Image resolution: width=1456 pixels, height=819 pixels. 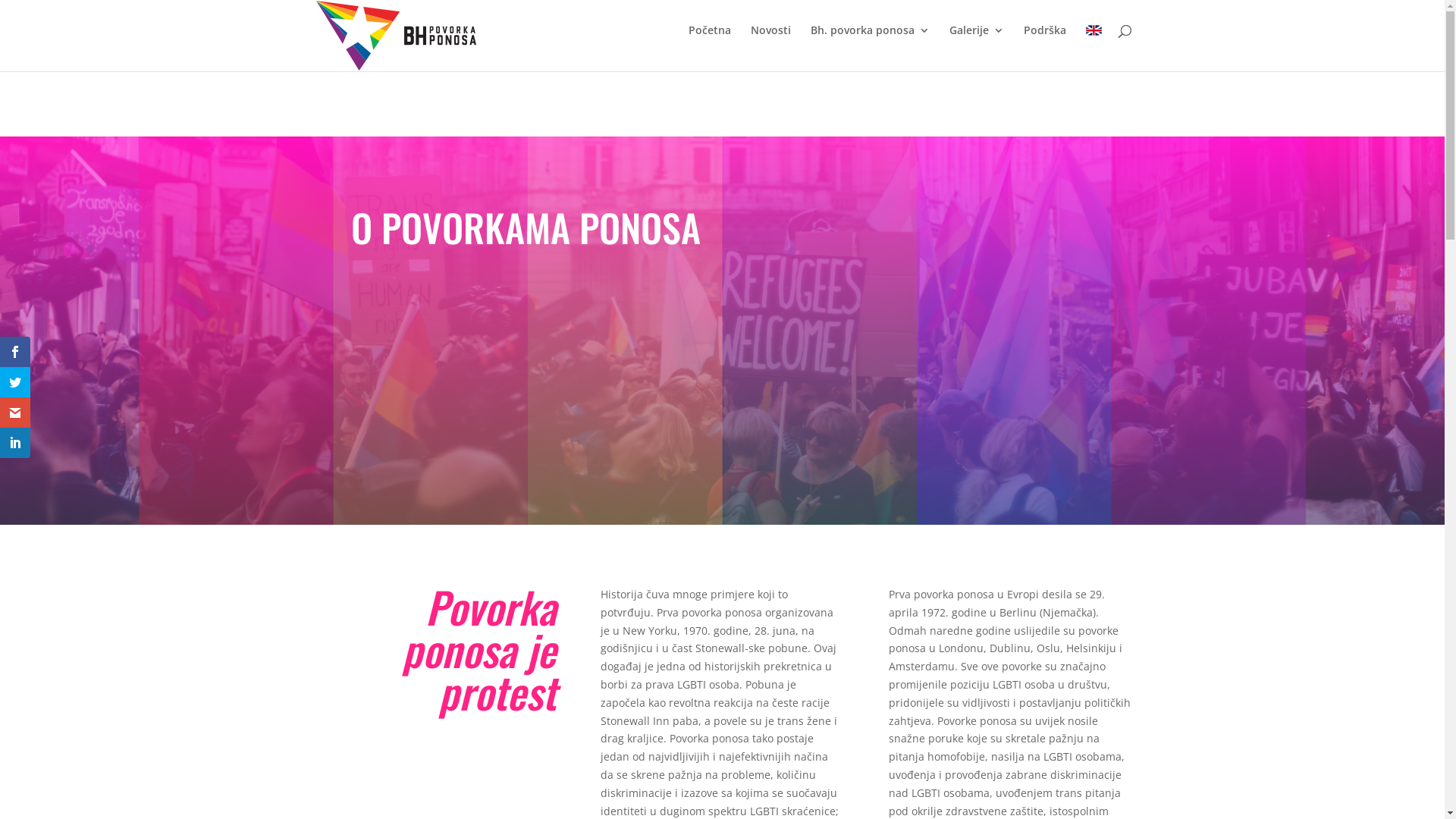 I want to click on 'Galerije', so click(x=949, y=42).